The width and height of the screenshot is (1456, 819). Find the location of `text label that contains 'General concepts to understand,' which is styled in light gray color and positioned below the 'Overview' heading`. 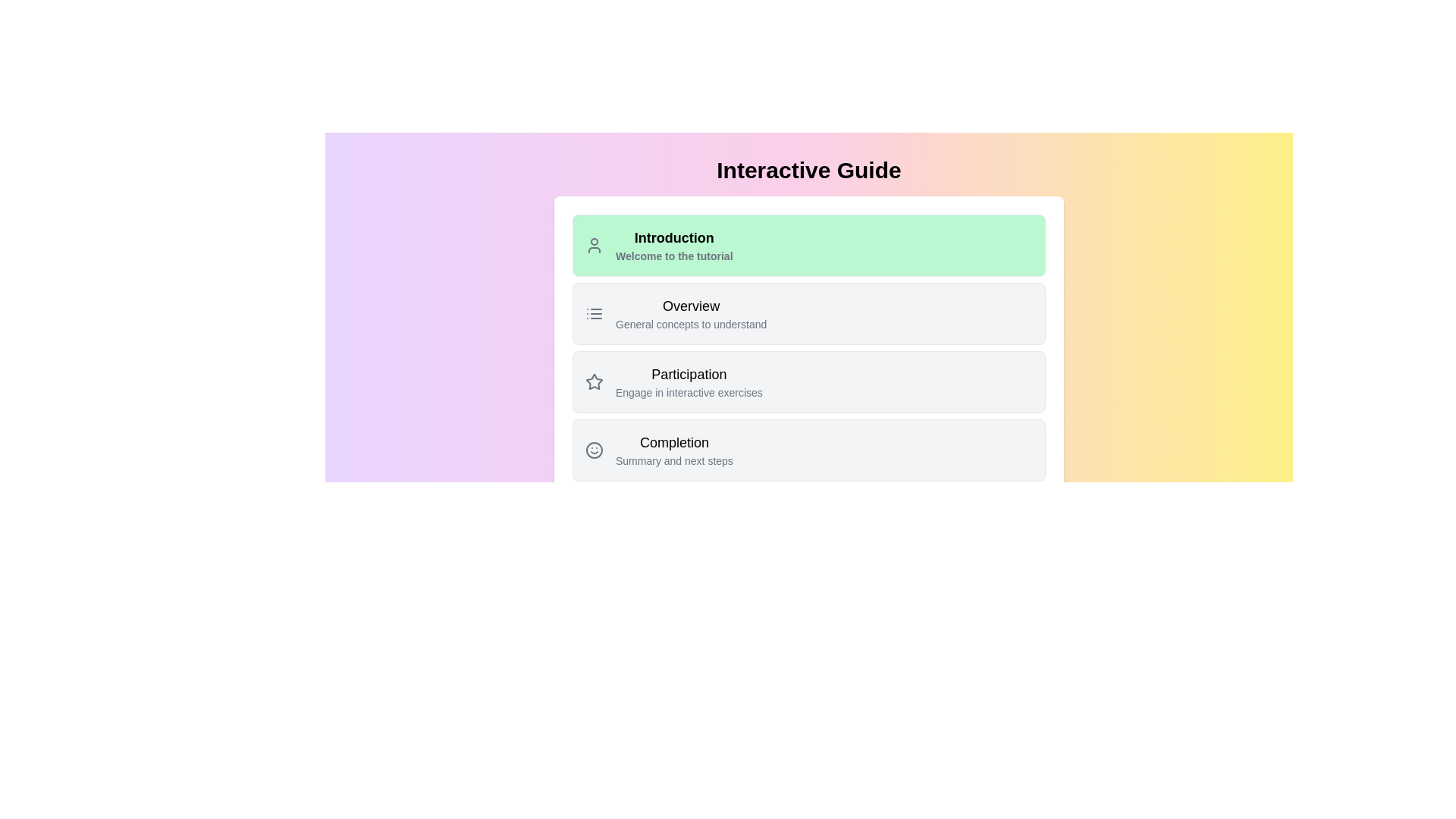

text label that contains 'General concepts to understand,' which is styled in light gray color and positioned below the 'Overview' heading is located at coordinates (690, 324).